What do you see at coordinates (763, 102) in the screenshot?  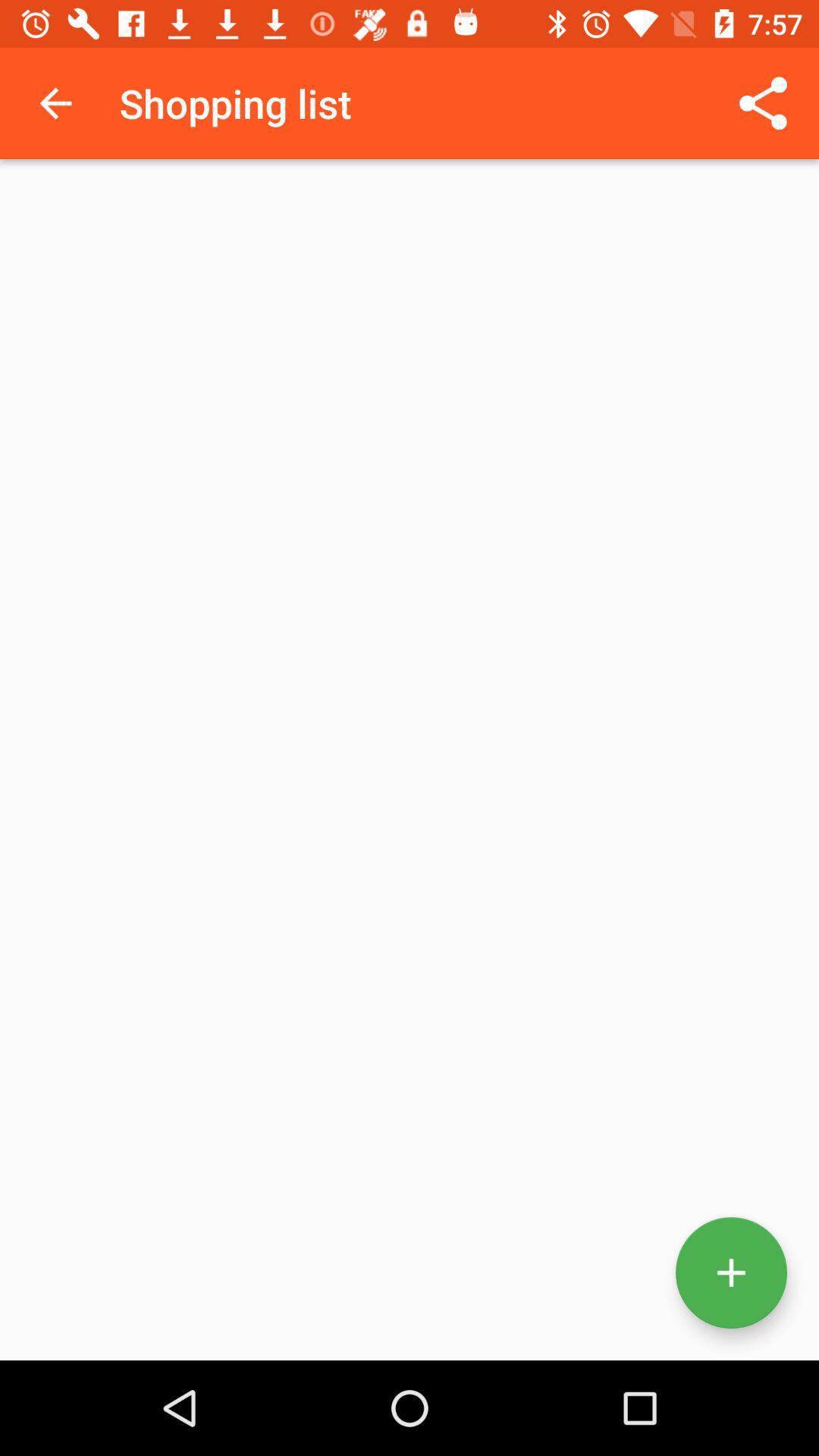 I see `the icon at the top right corner` at bounding box center [763, 102].